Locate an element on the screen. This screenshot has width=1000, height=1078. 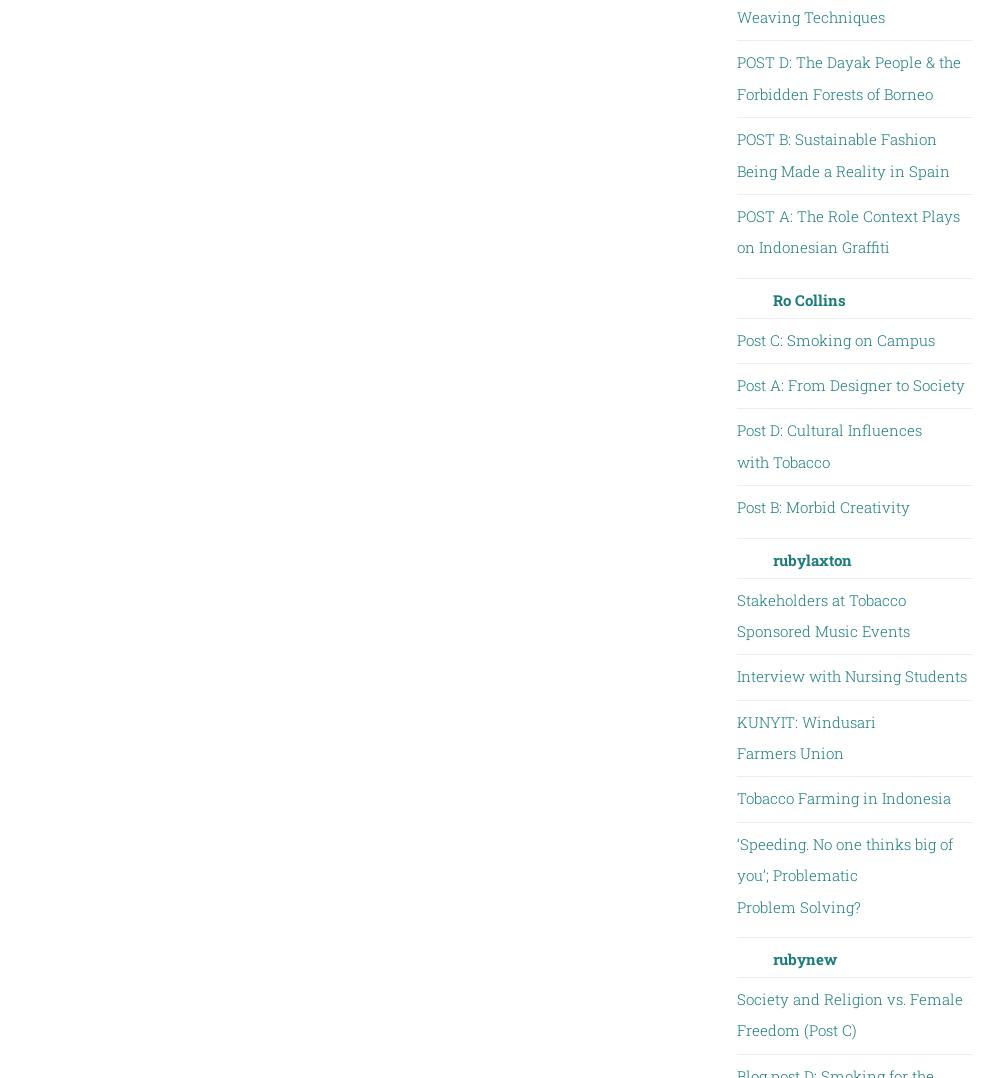
'Post B: Morbid Creativity' is located at coordinates (735, 506).